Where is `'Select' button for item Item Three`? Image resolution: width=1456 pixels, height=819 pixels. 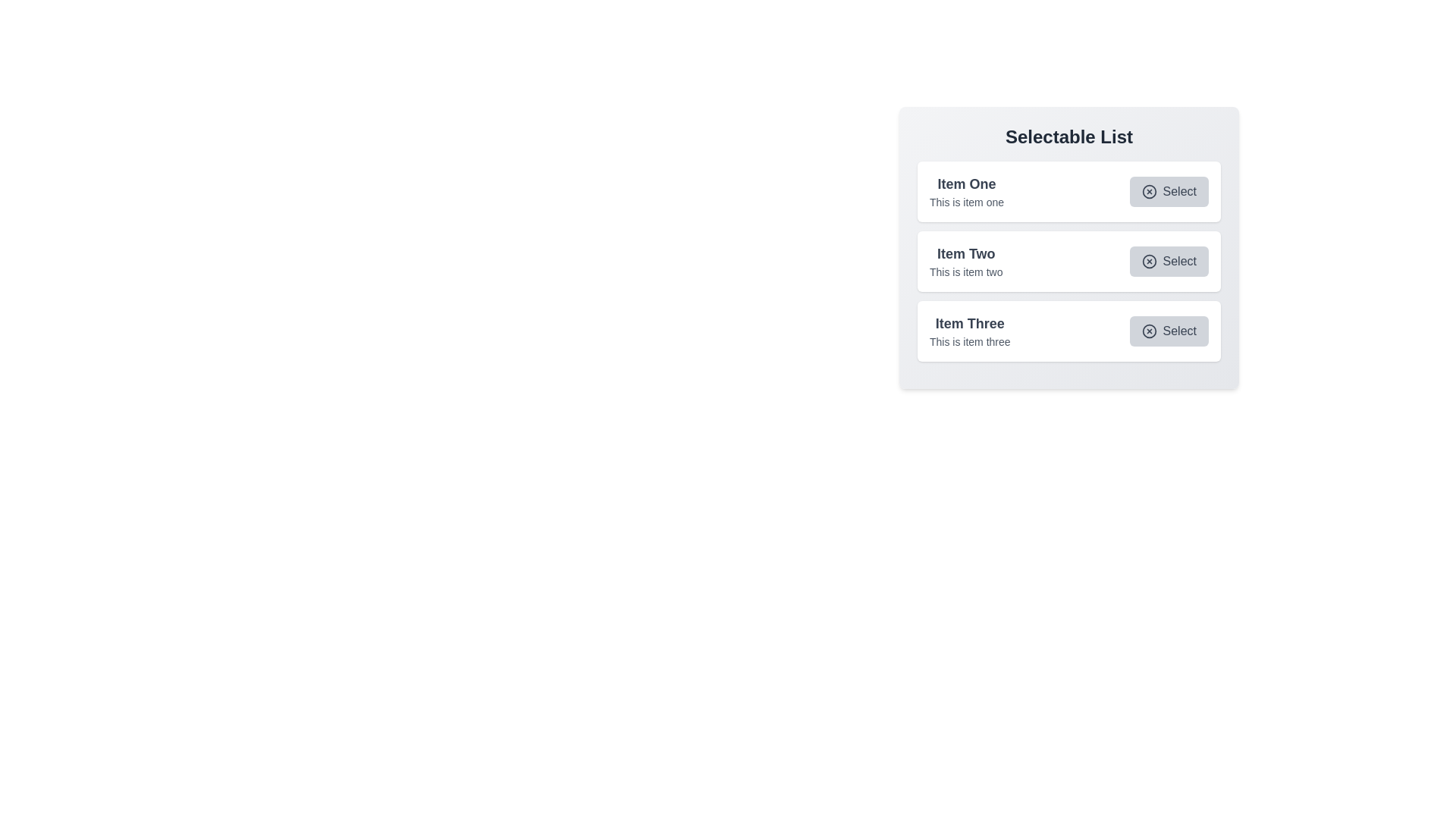
'Select' button for item Item Three is located at coordinates (1168, 330).